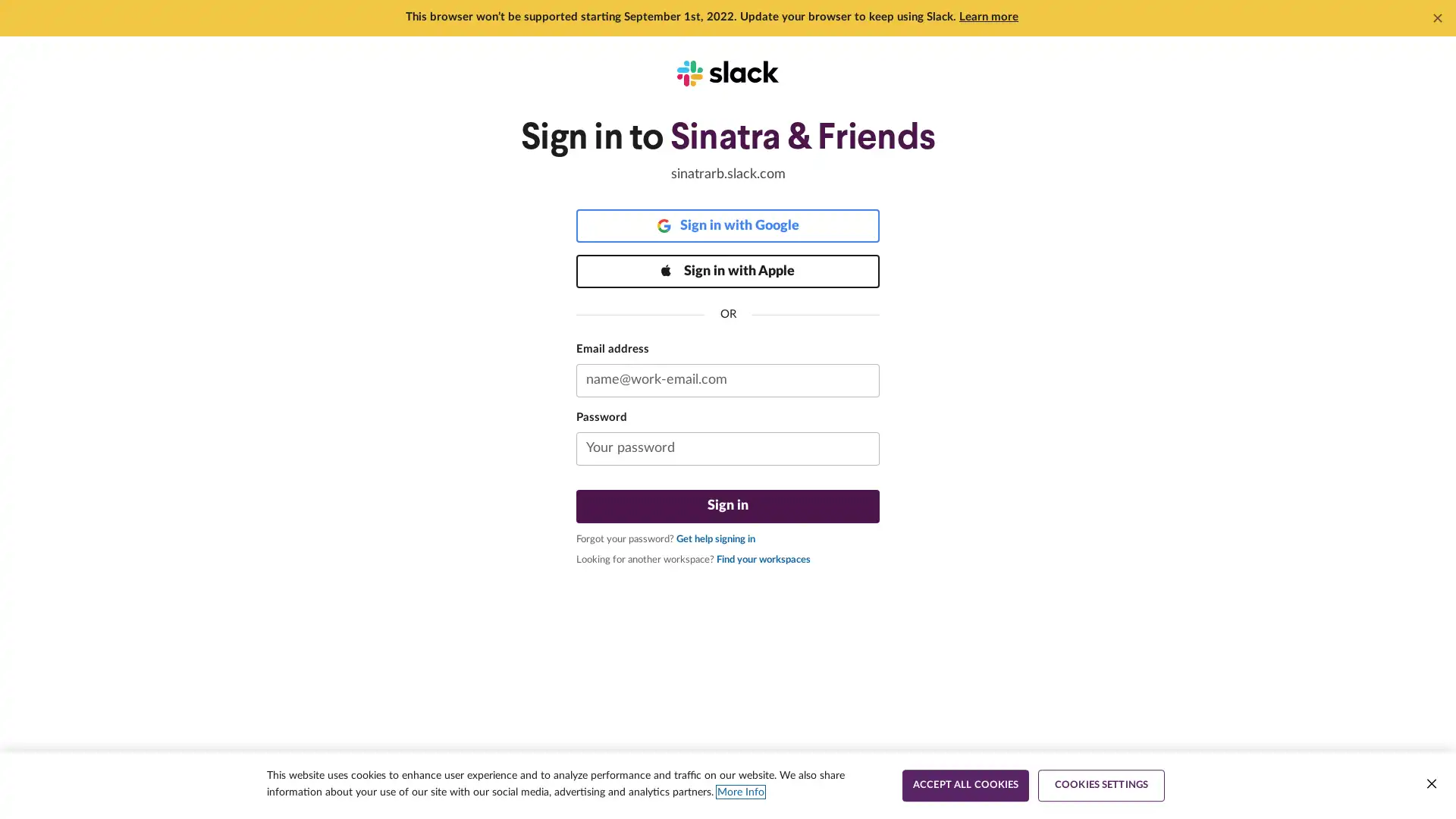  What do you see at coordinates (965, 785) in the screenshot?
I see `ACCEPT ALL COOKIES` at bounding box center [965, 785].